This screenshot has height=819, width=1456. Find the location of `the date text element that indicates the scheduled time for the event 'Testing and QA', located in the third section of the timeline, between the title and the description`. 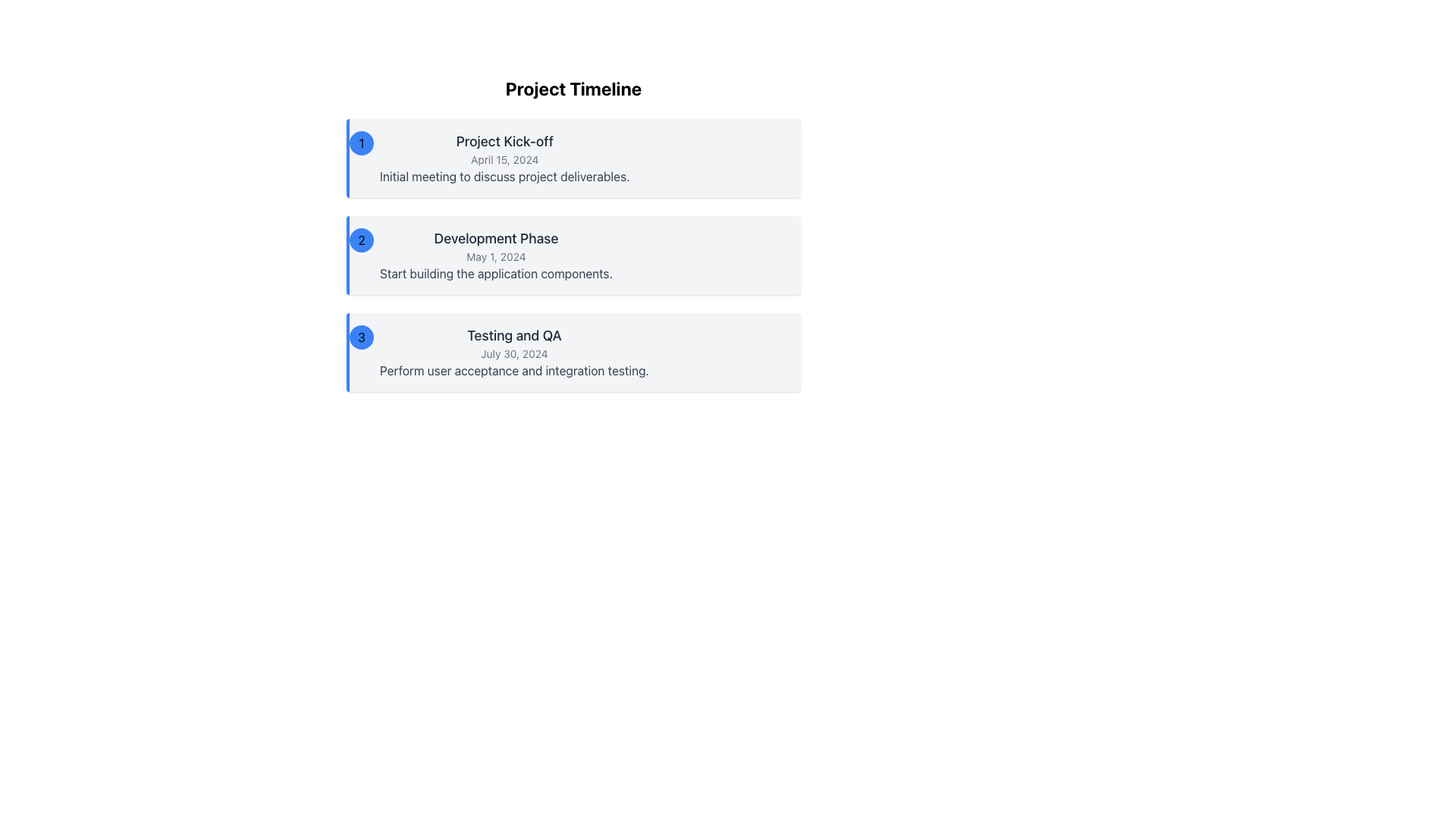

the date text element that indicates the scheduled time for the event 'Testing and QA', located in the third section of the timeline, between the title and the description is located at coordinates (514, 353).